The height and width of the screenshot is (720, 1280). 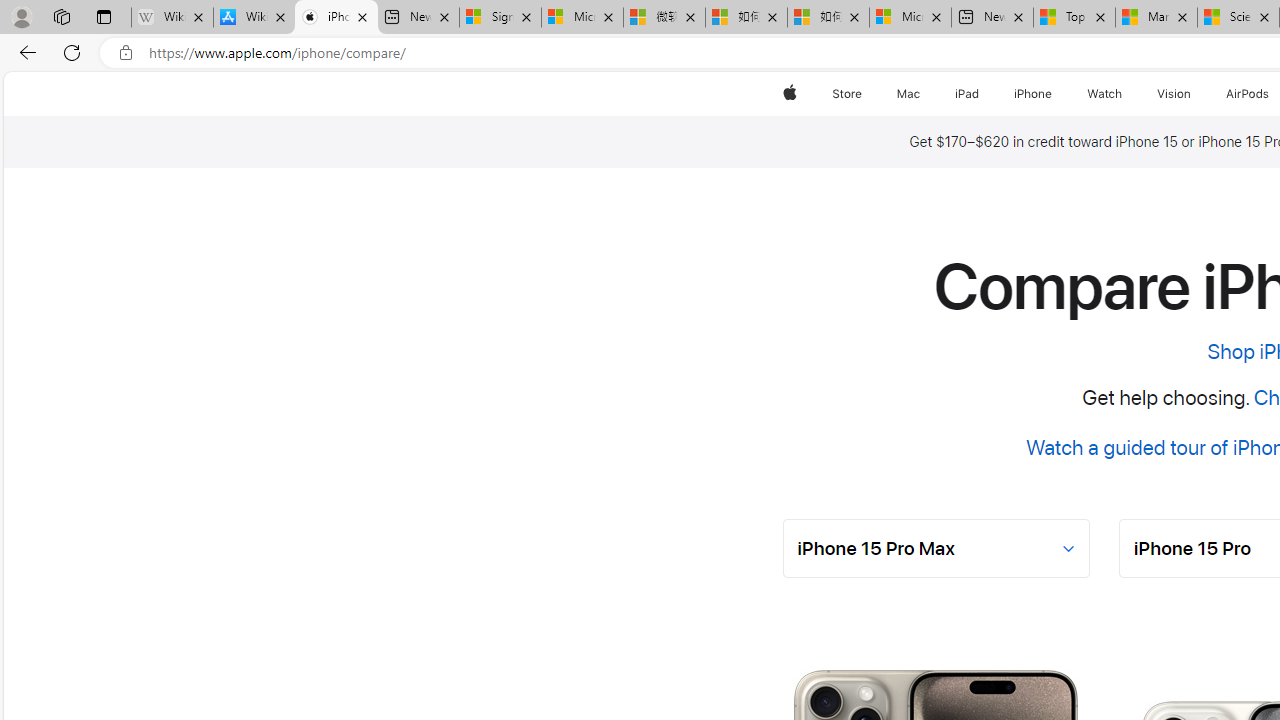 What do you see at coordinates (921, 93) in the screenshot?
I see `'Mac menu'` at bounding box center [921, 93].